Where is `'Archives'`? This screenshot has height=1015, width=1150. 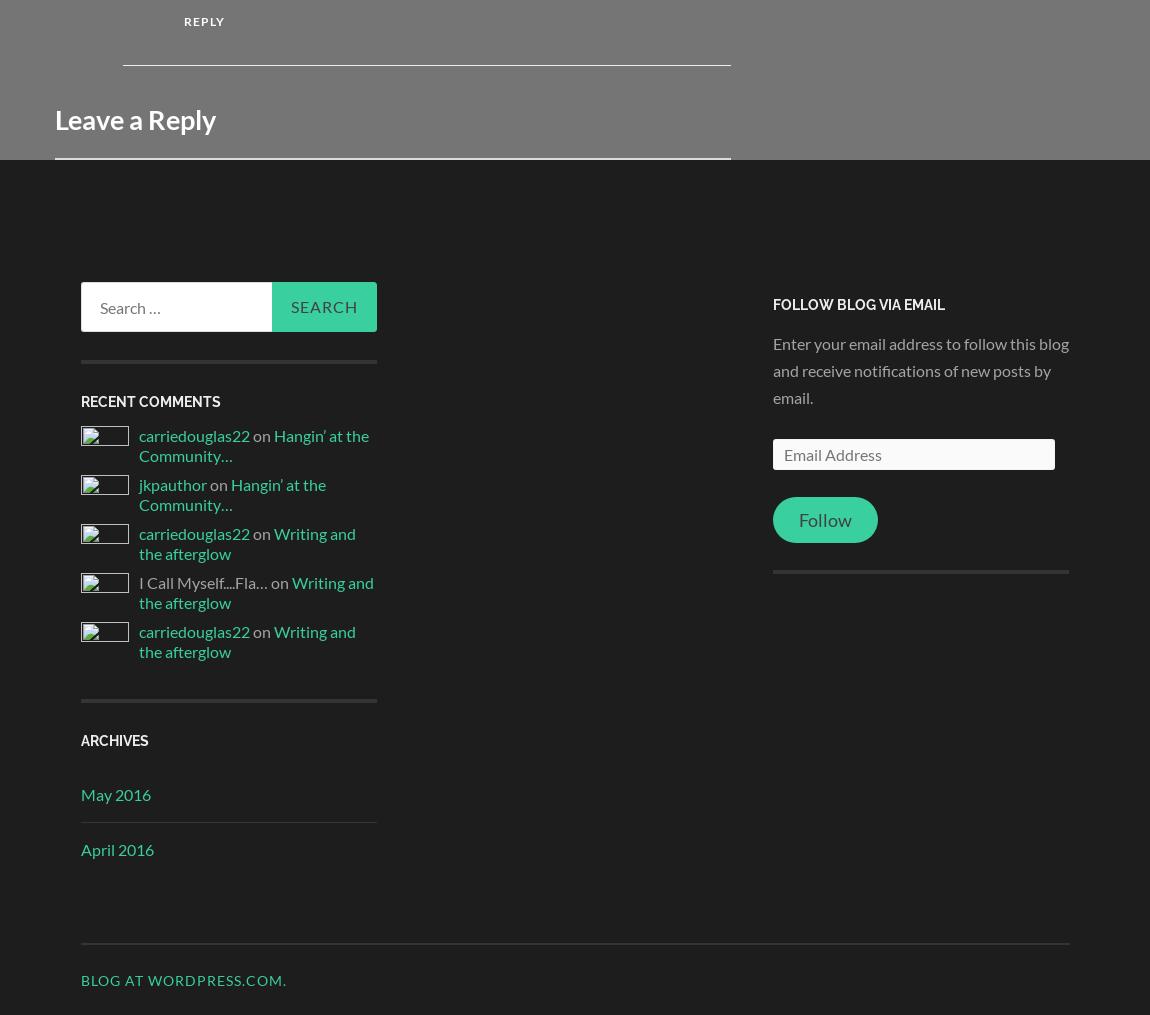
'Archives' is located at coordinates (112, 739).